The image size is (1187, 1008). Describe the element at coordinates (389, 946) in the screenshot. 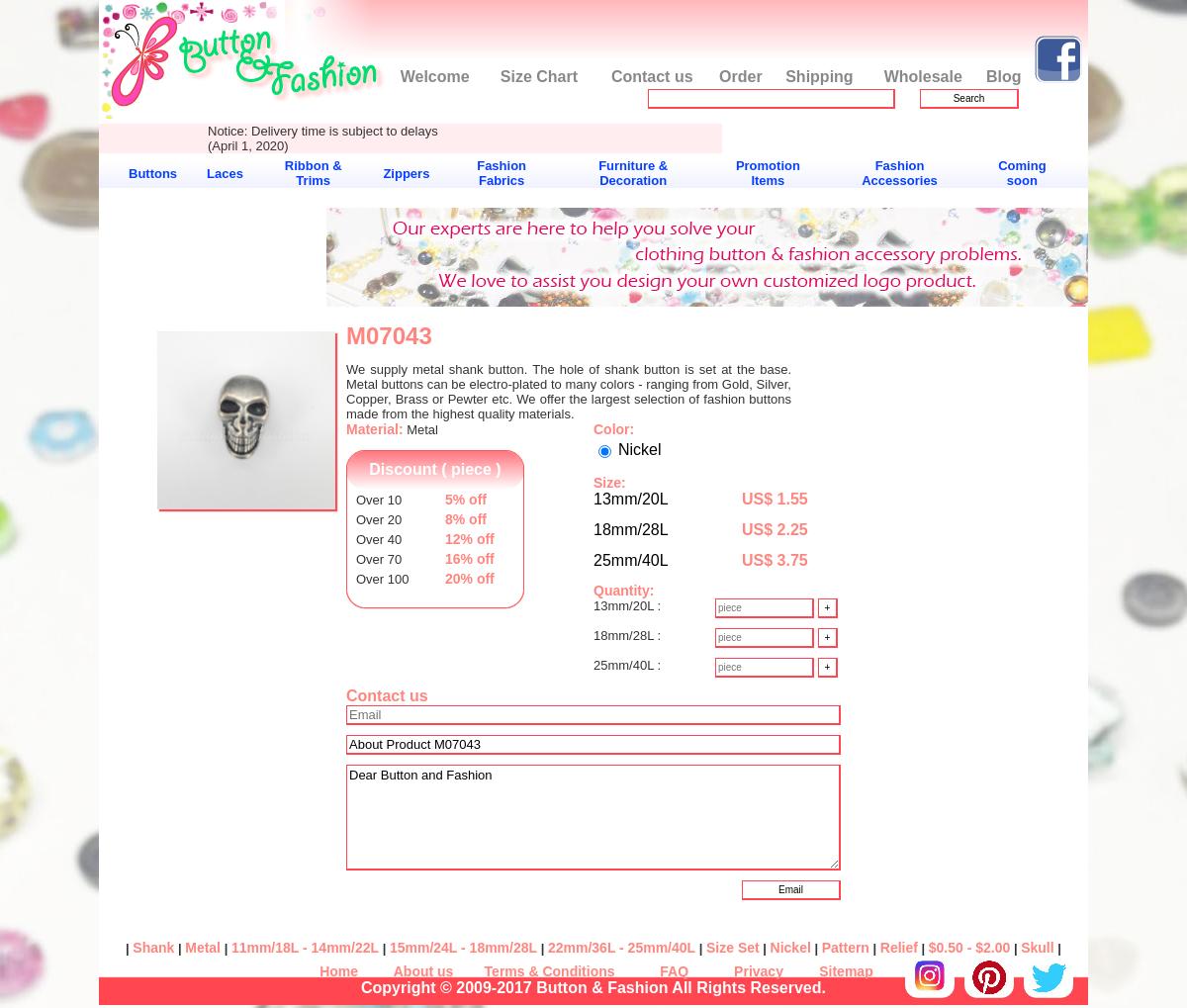

I see `'15mm/24L - 18mm/28L'` at that location.